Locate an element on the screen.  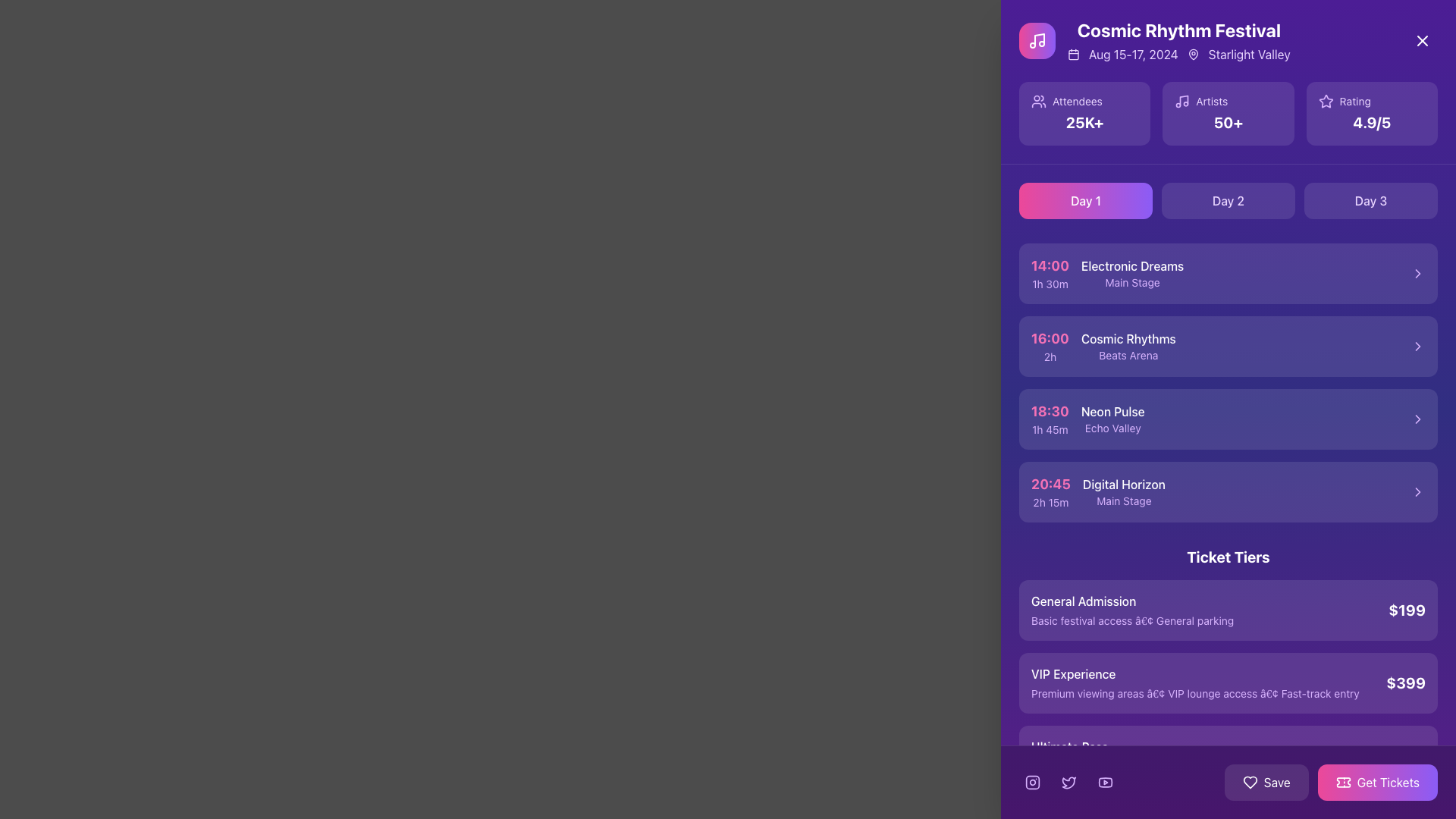
the 'Day 2' button is located at coordinates (1228, 200).